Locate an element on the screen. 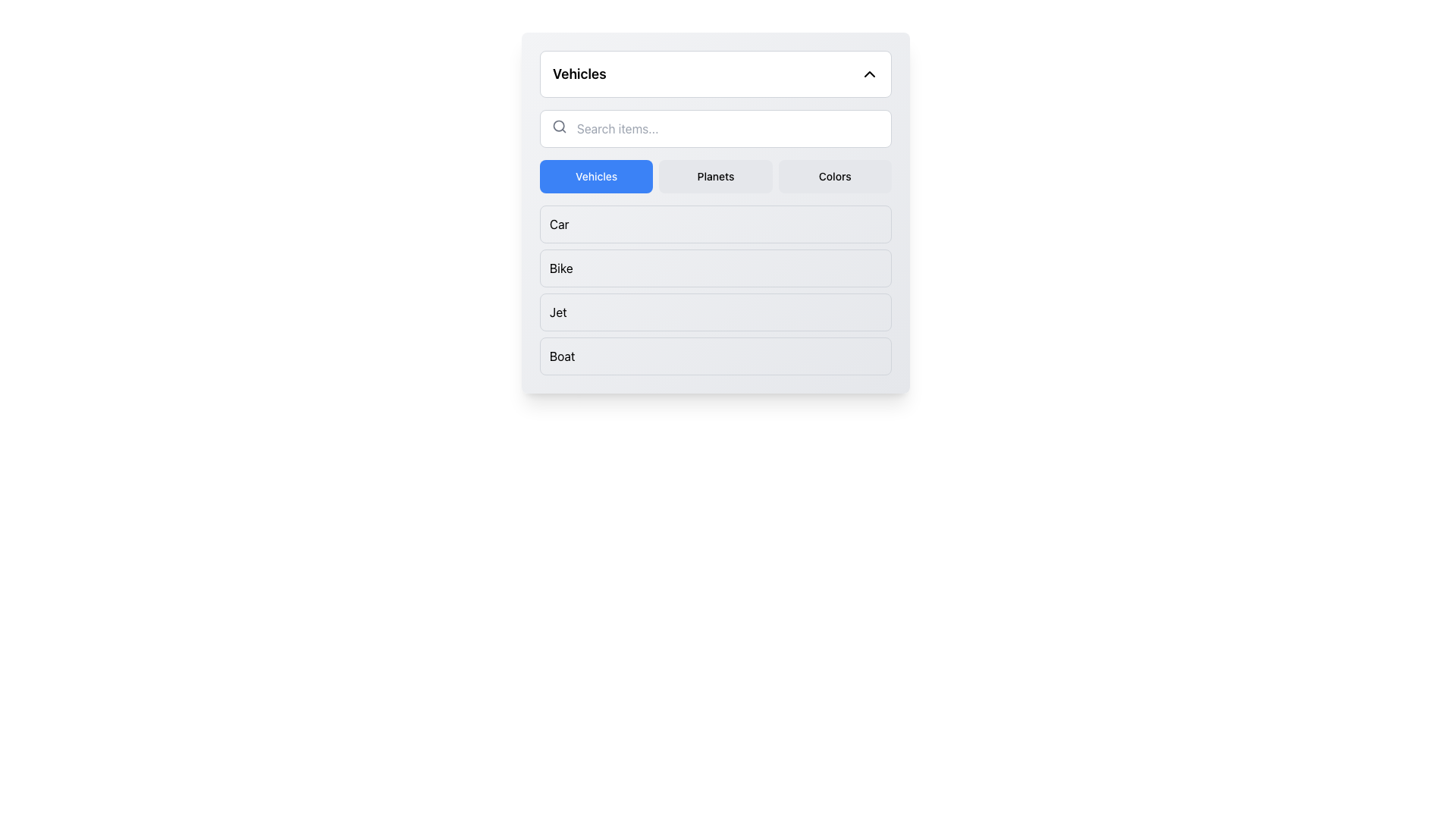 This screenshot has width=1456, height=819. the text label representing the selectable option labeled 'Jet' in the dropdown menu under the 'Vehicles' category is located at coordinates (557, 312).